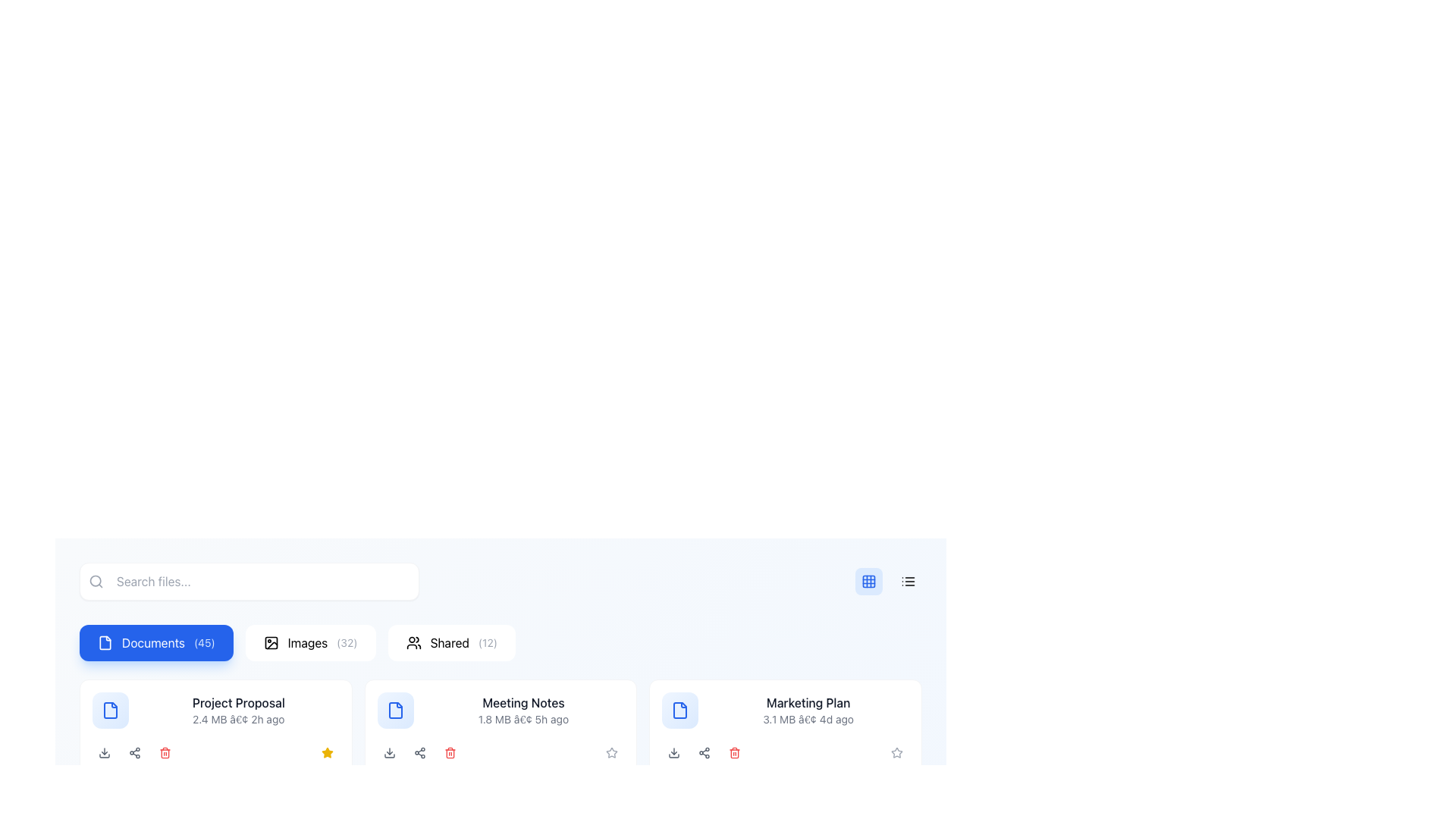 The width and height of the screenshot is (1456, 819). Describe the element at coordinates (389, 752) in the screenshot. I see `the download icon, which resembles a downward-pointing arrow over a horizontal bar, to initiate the download action` at that location.